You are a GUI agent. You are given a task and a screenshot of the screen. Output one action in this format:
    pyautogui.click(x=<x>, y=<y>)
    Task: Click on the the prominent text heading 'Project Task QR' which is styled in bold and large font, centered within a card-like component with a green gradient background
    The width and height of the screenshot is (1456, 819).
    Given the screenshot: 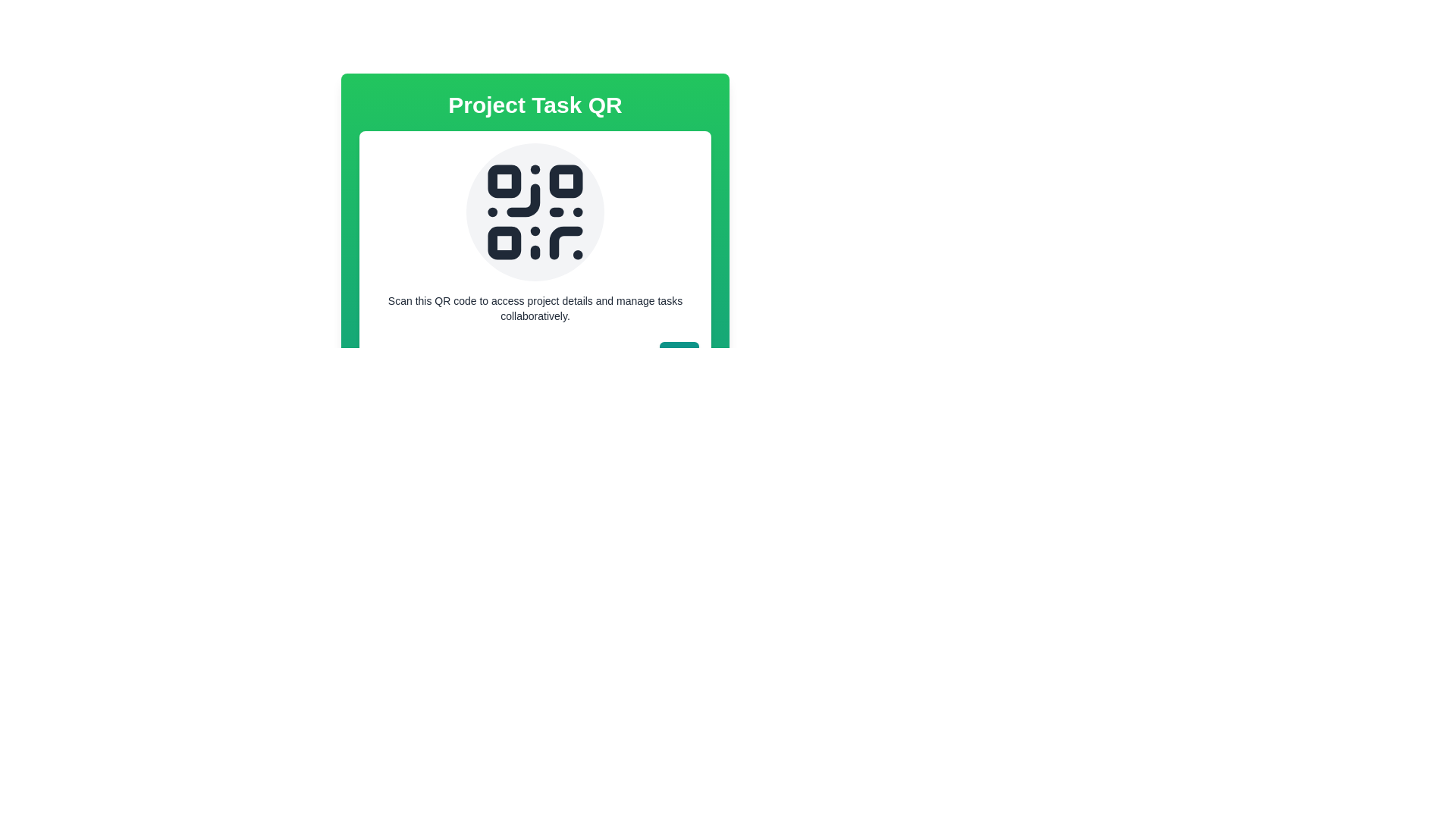 What is the action you would take?
    pyautogui.click(x=535, y=104)
    